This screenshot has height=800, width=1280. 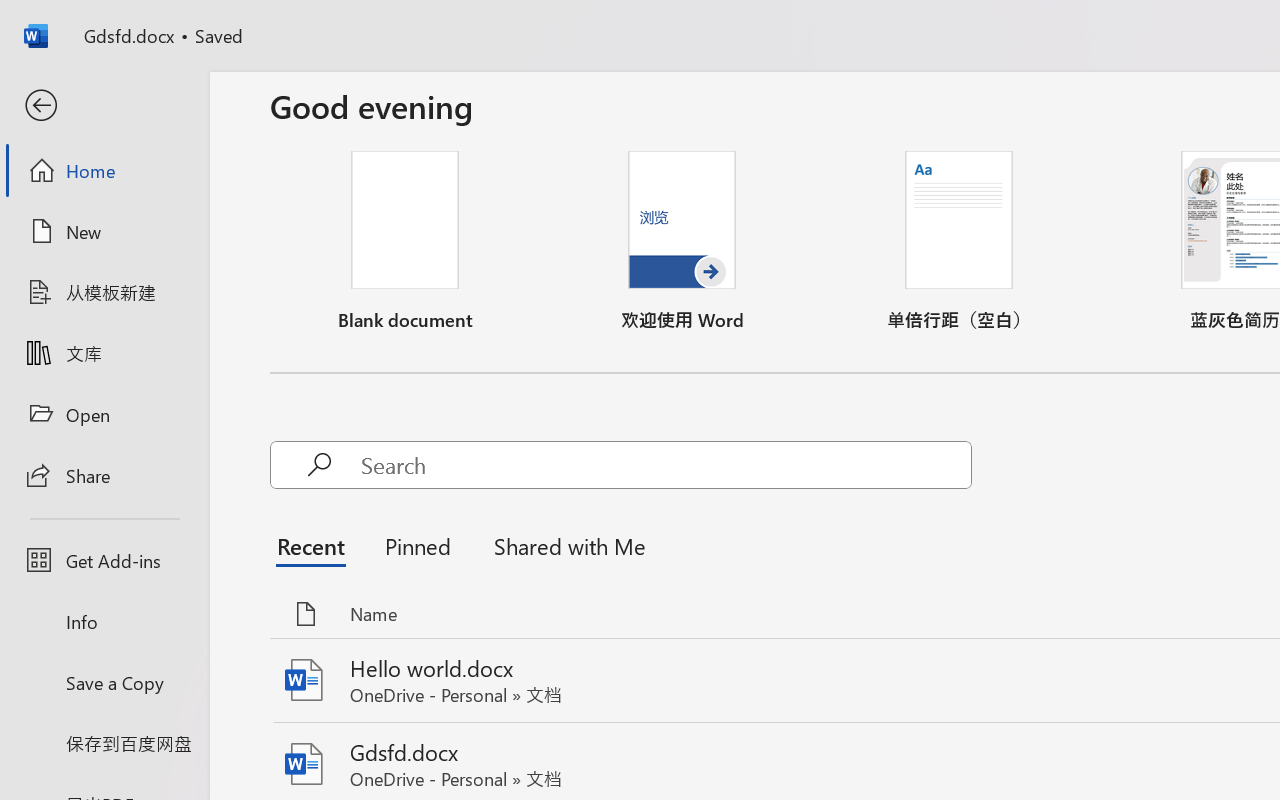 I want to click on 'Info', so click(x=103, y=621).